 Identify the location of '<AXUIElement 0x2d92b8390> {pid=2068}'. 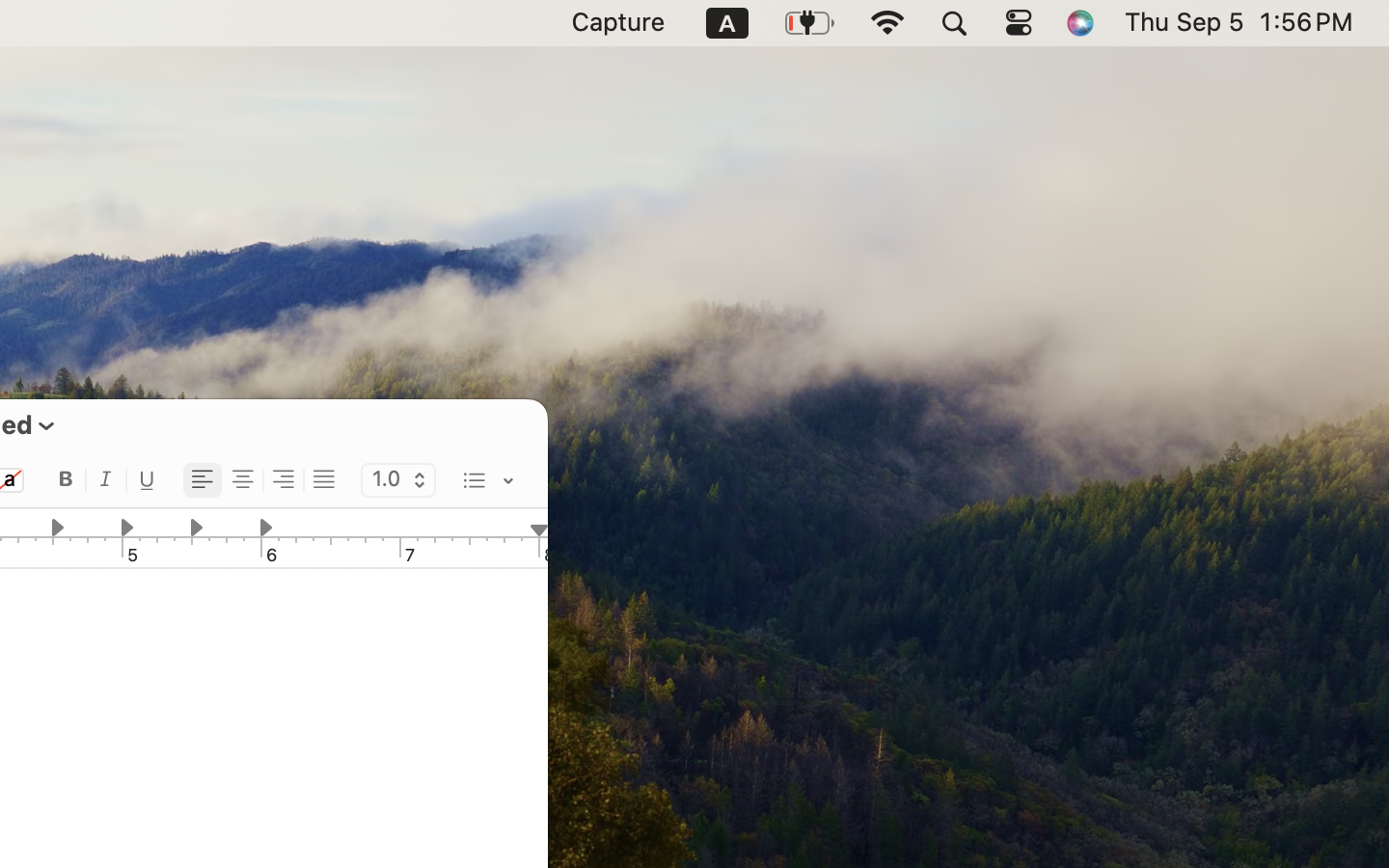
(262, 479).